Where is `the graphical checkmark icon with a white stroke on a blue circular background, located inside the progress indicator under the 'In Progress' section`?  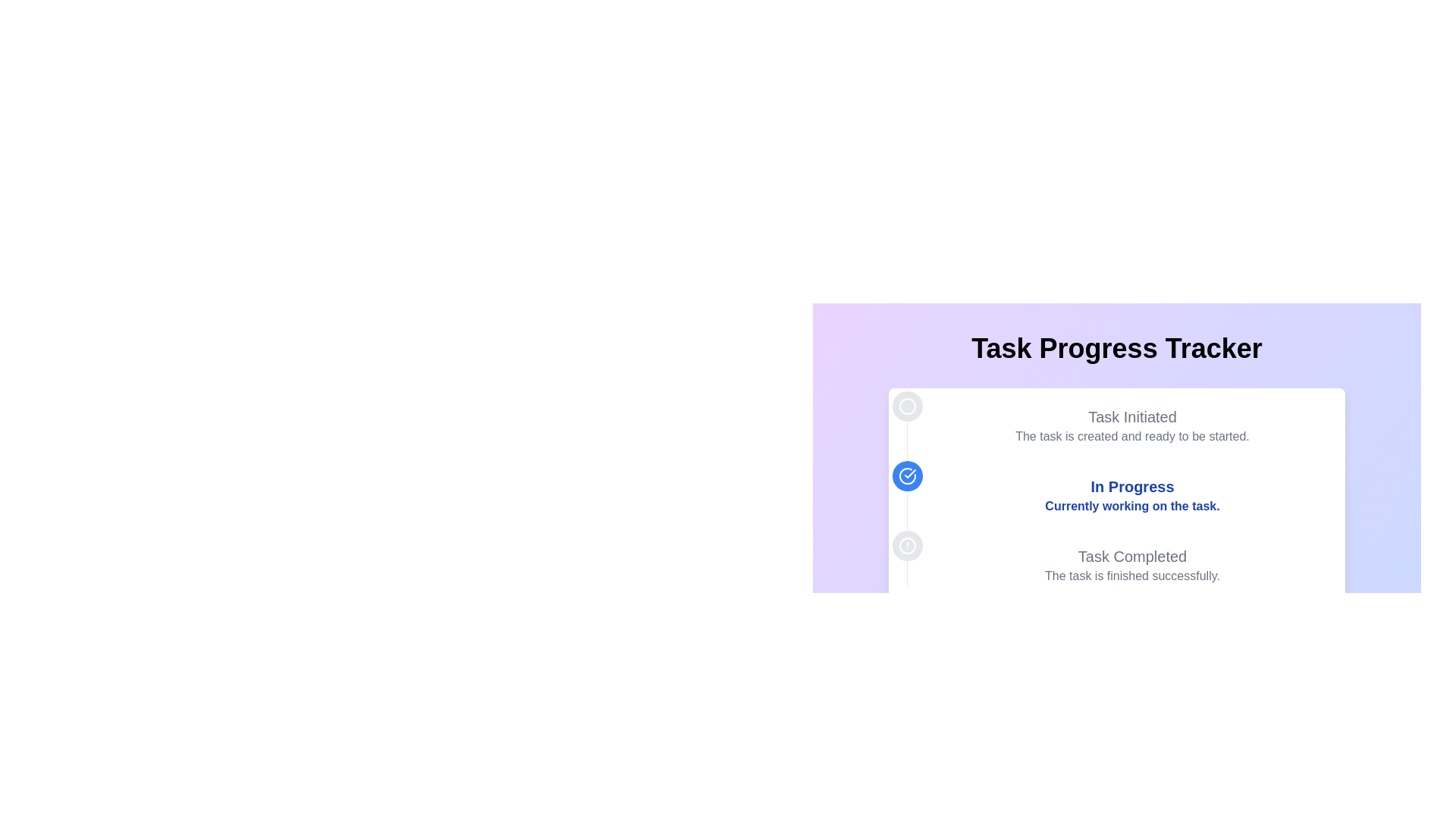 the graphical checkmark icon with a white stroke on a blue circular background, located inside the progress indicator under the 'In Progress' section is located at coordinates (910, 472).